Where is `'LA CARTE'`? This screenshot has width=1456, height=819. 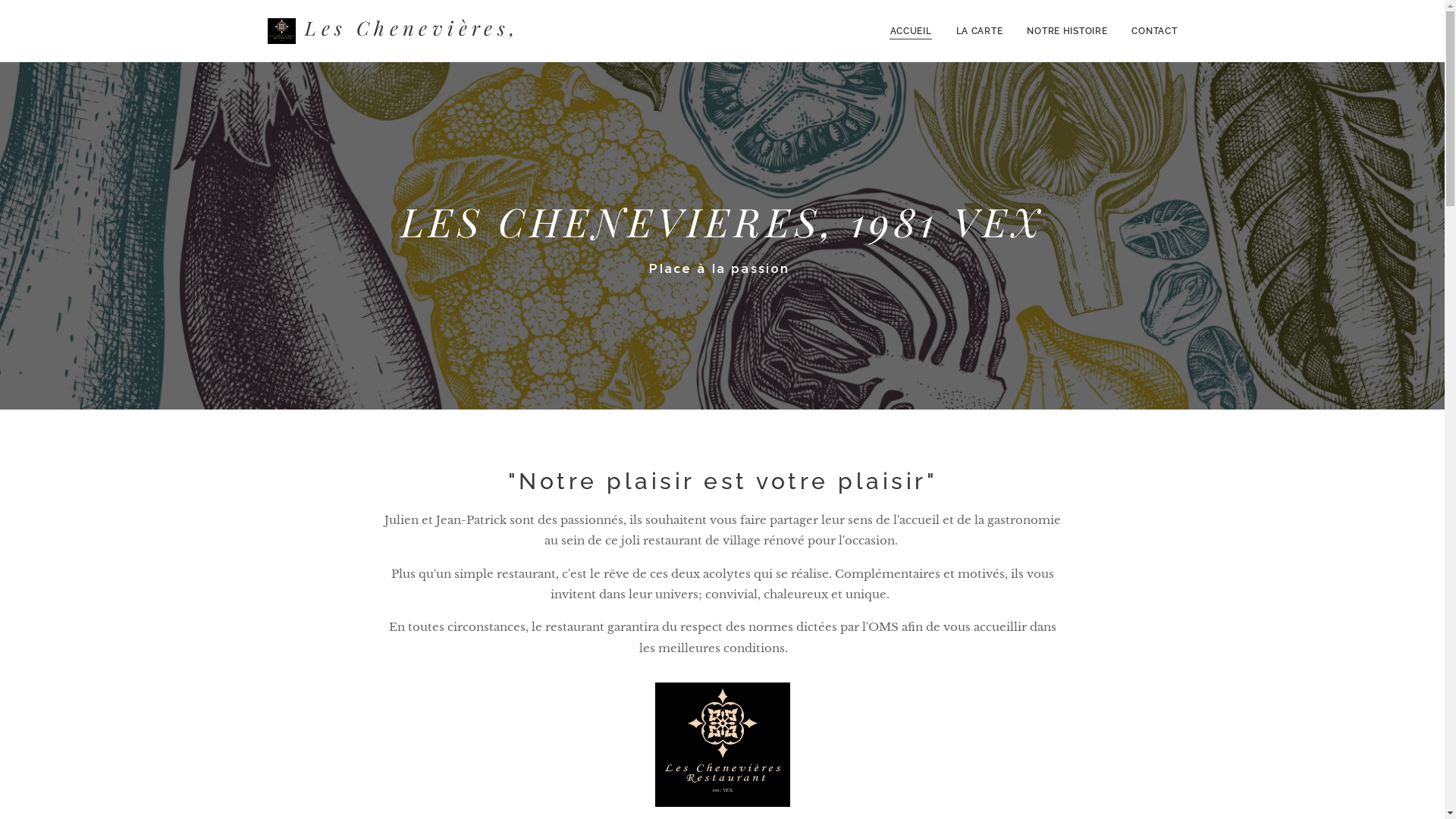 'LA CARTE' is located at coordinates (979, 31).